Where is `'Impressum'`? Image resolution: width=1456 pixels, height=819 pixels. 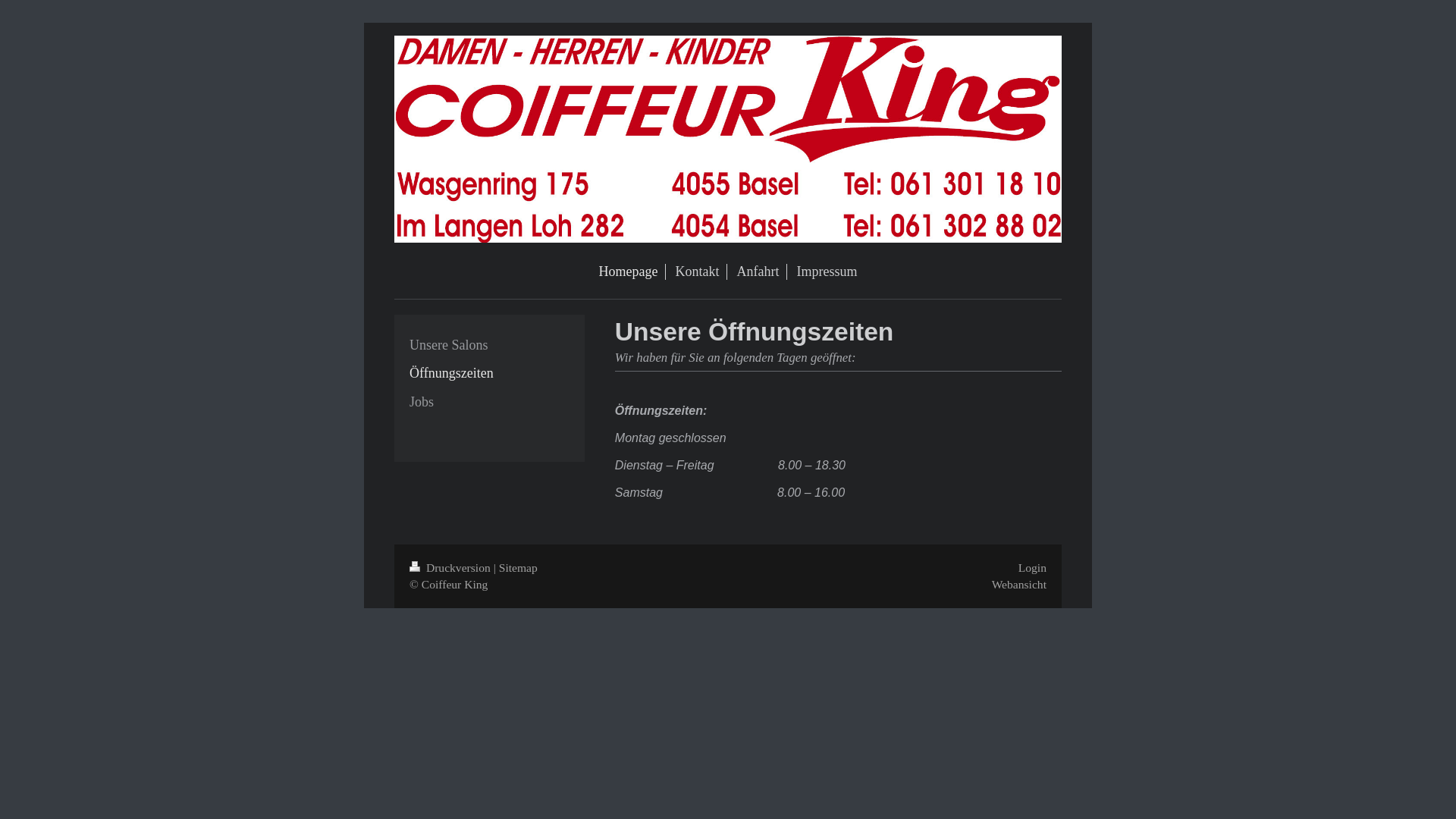
'Impressum' is located at coordinates (825, 271).